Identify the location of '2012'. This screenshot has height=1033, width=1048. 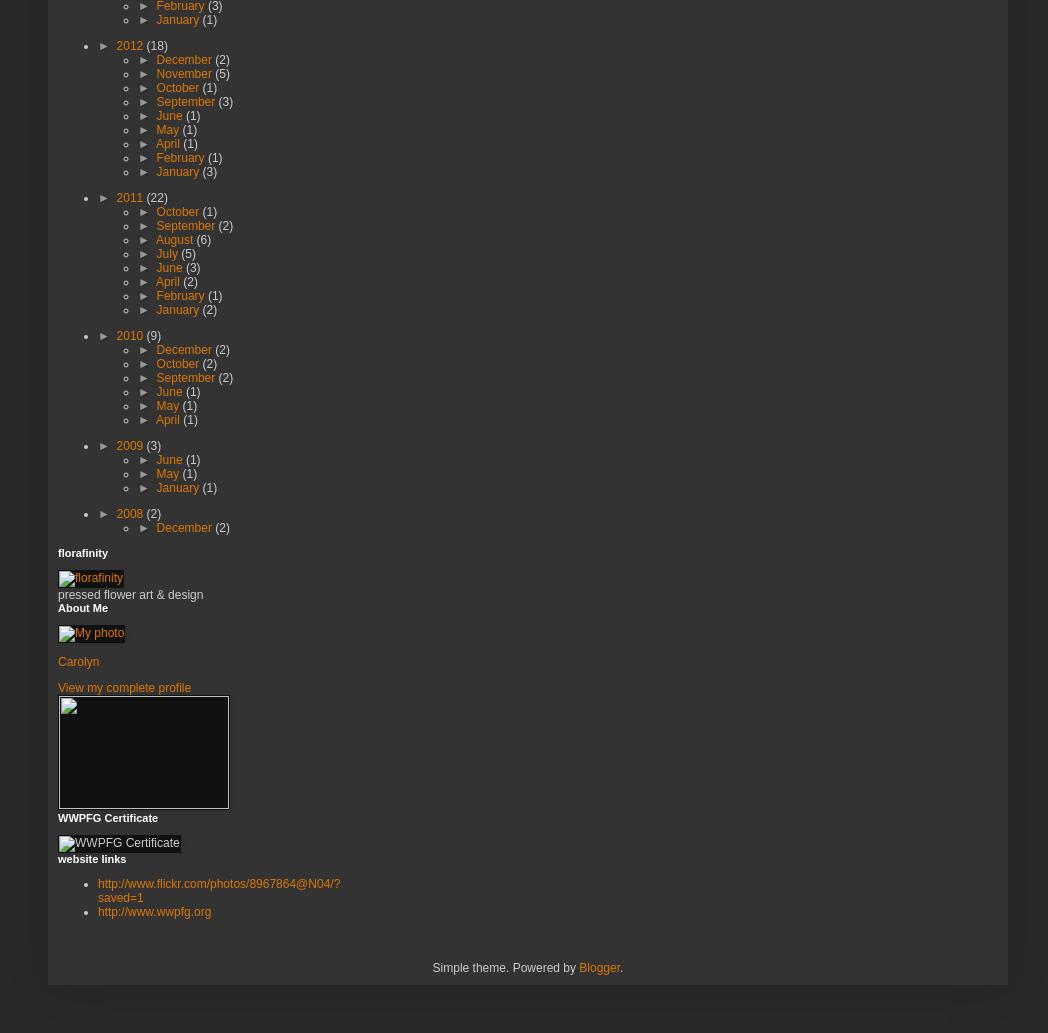
(130, 45).